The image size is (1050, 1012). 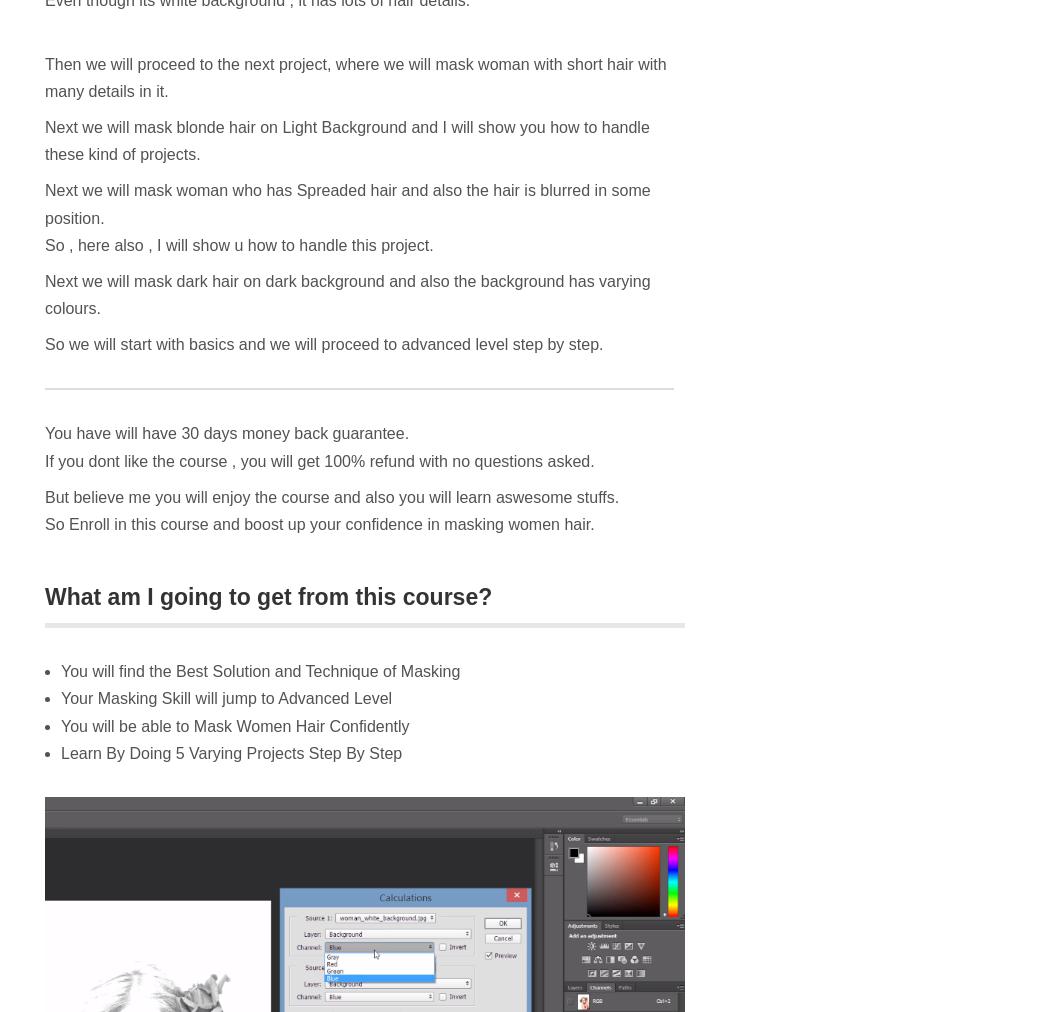 What do you see at coordinates (260, 671) in the screenshot?
I see `'You will find the Best Solution and Technique of Masking'` at bounding box center [260, 671].